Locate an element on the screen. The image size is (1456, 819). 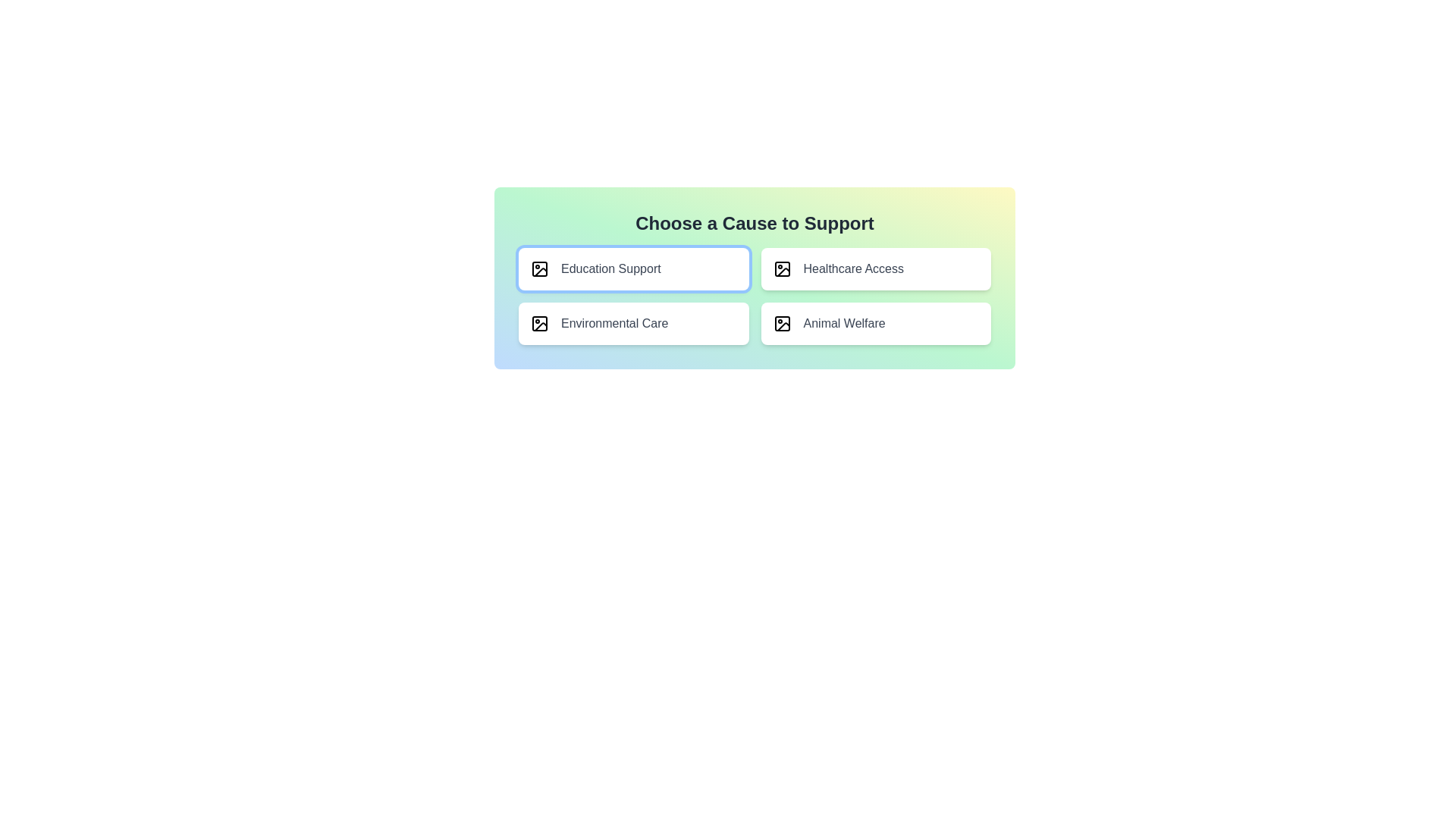
the Icon component that visually represents the 'Animal Welfare' text, located in the bottom-right quadrant of the selectable cause options area is located at coordinates (782, 323).